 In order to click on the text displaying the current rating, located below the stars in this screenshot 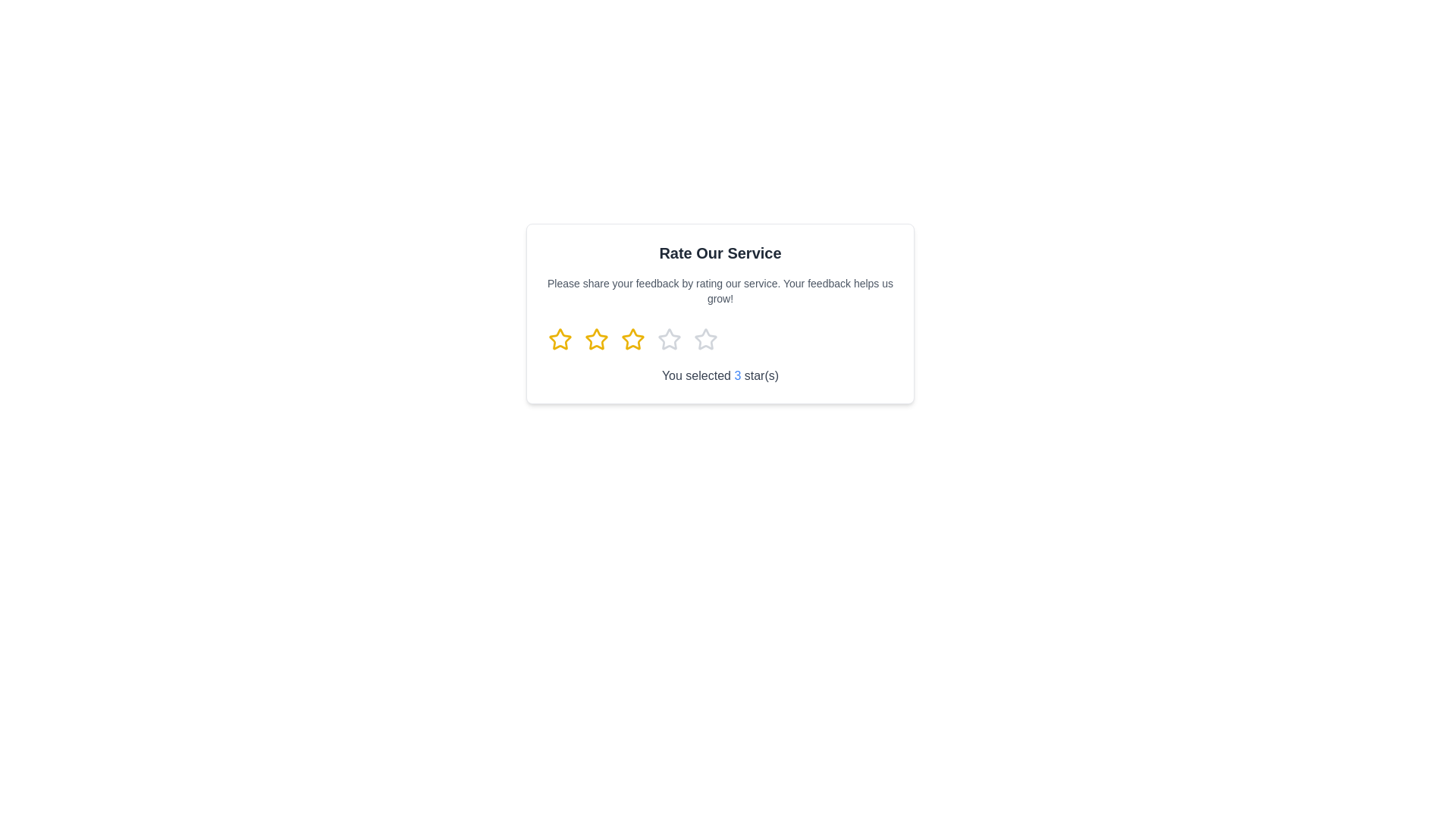, I will do `click(720, 375)`.